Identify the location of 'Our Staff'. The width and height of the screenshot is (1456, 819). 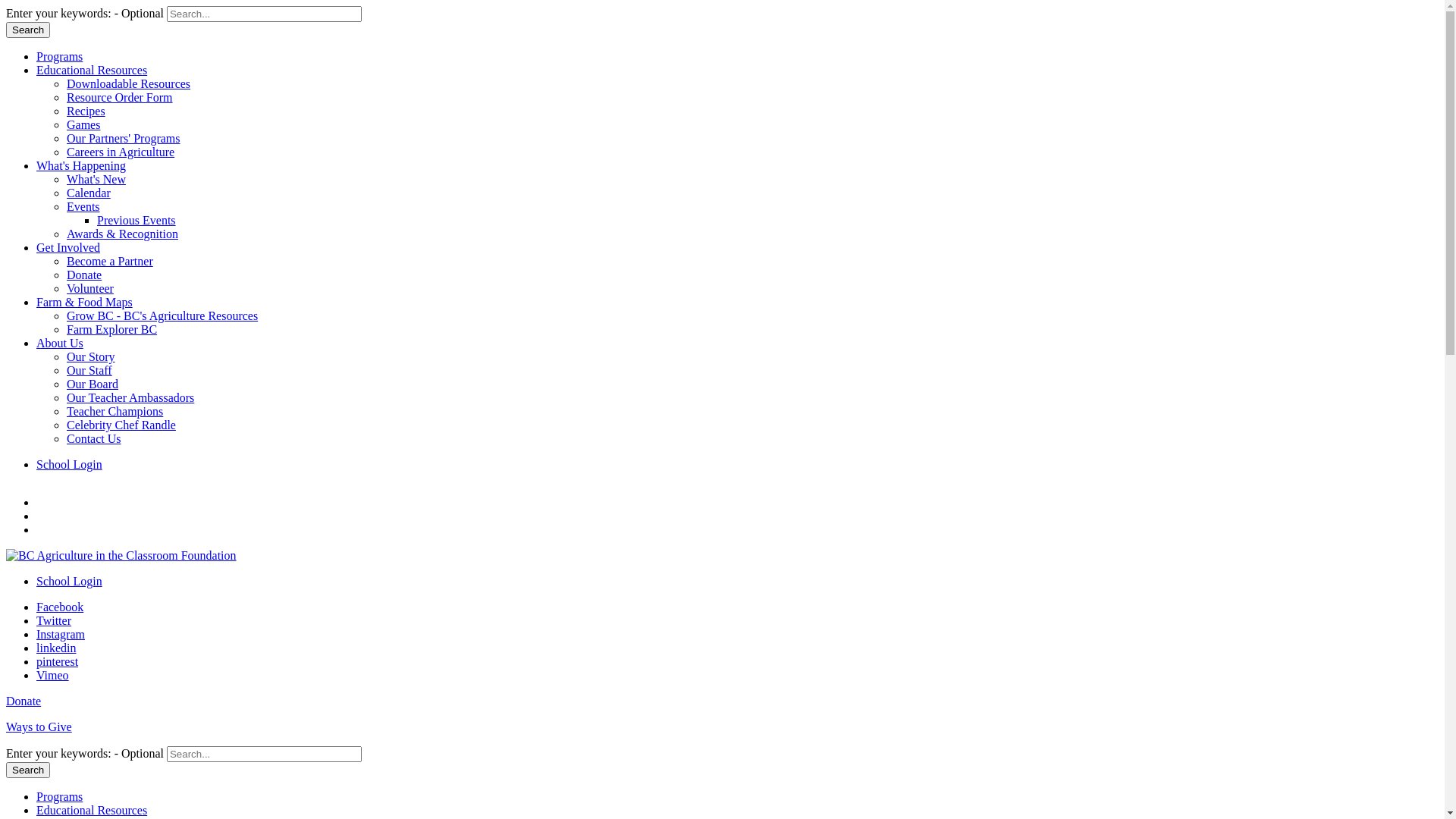
(89, 370).